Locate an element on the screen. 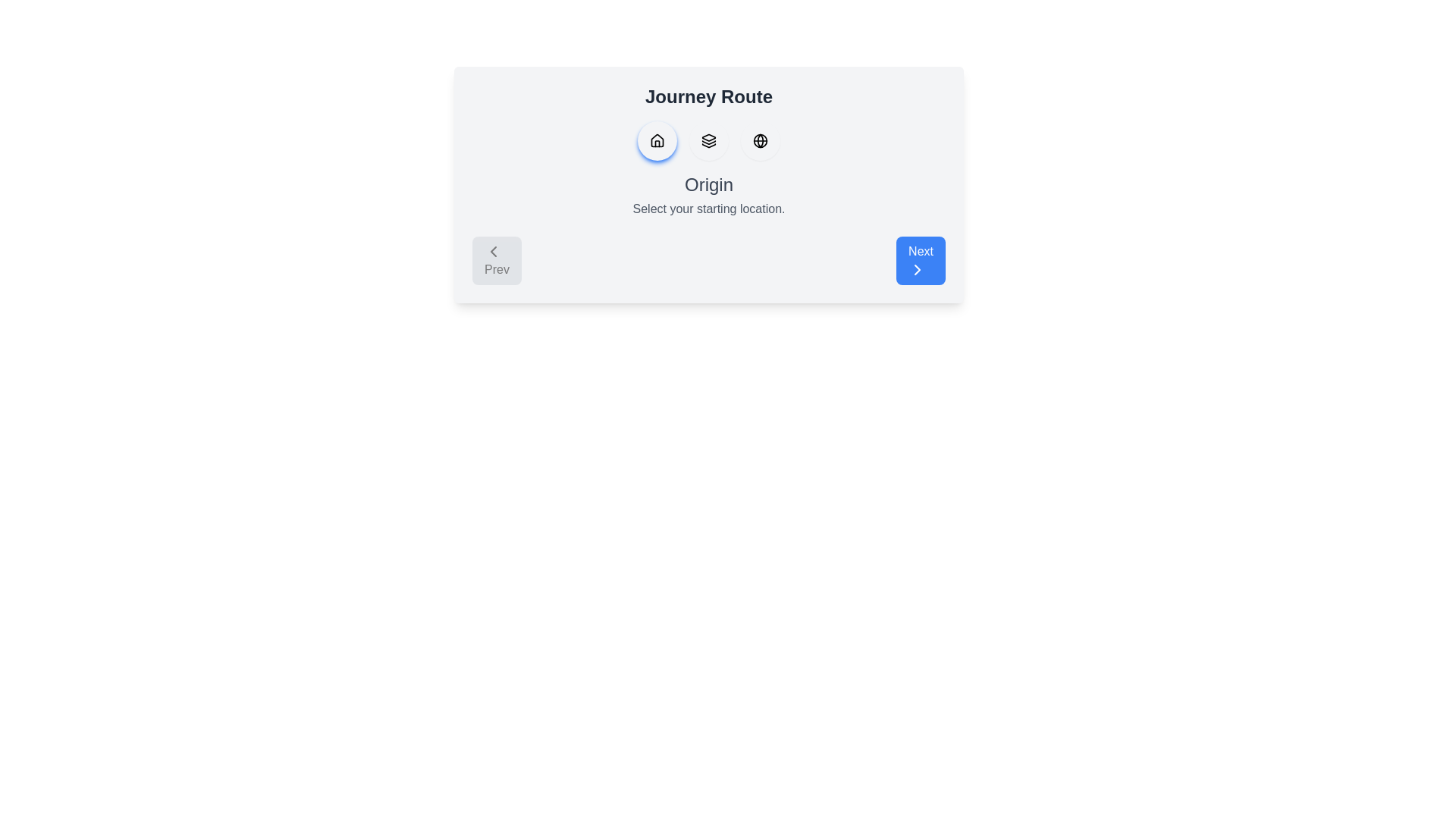 The image size is (1456, 819). the black layered stack design SVG icon located in the second position of a horizontal row of three icons, positioned between a house icon and a globe icon is located at coordinates (708, 140).